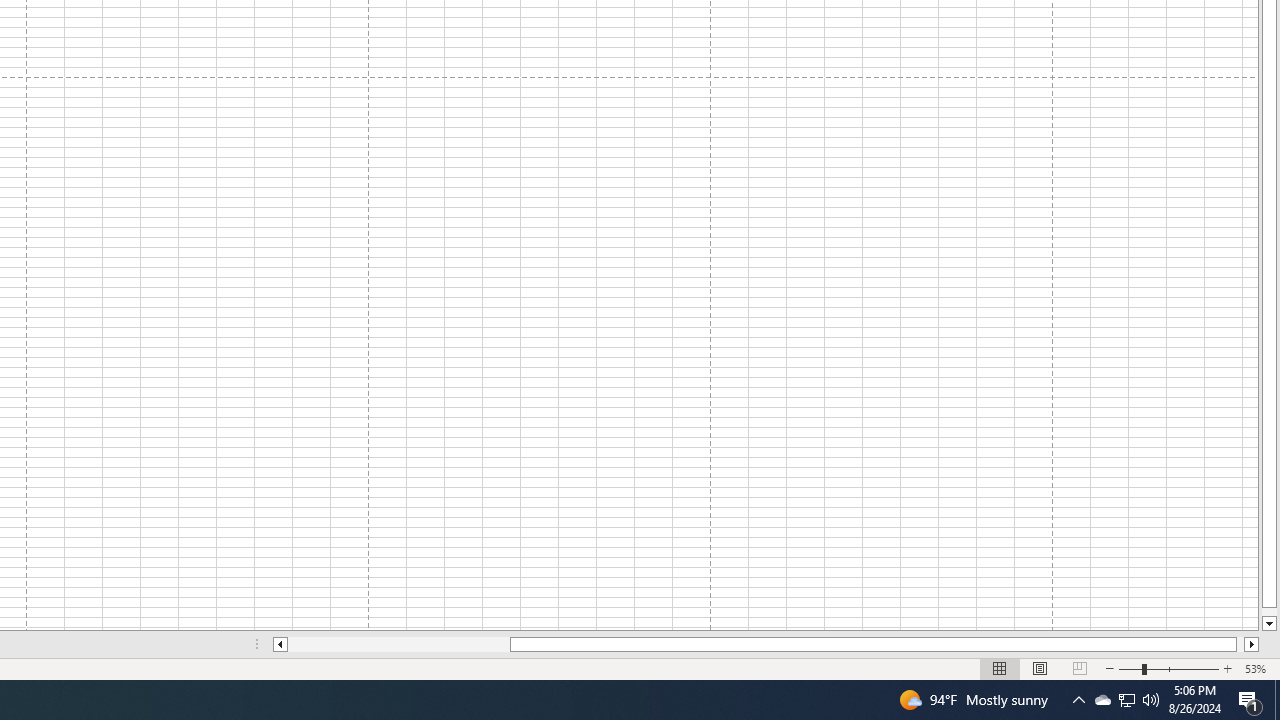  Describe the element at coordinates (1040, 669) in the screenshot. I see `'Page Layout'` at that location.